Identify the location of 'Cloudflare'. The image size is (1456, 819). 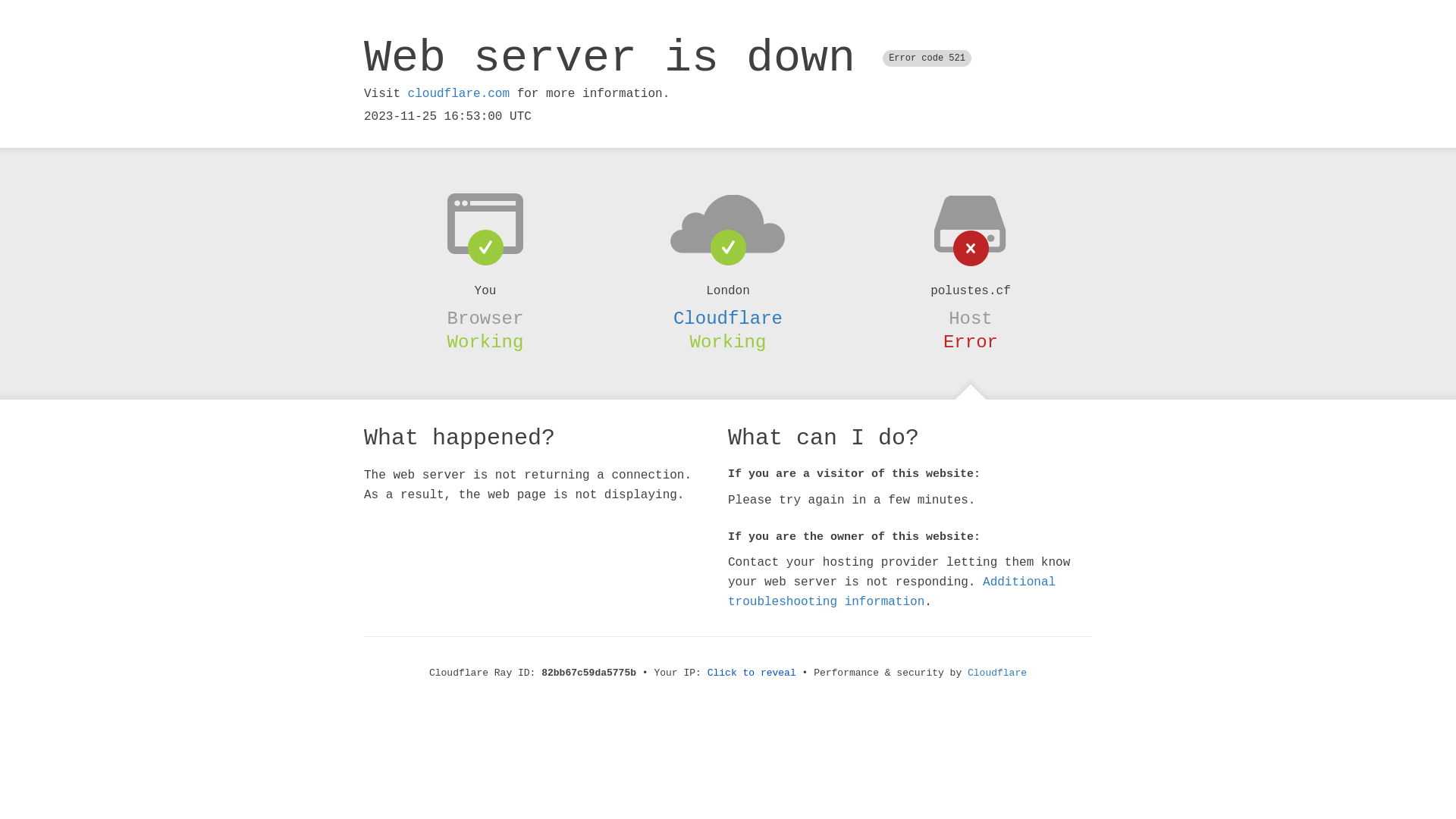
(728, 318).